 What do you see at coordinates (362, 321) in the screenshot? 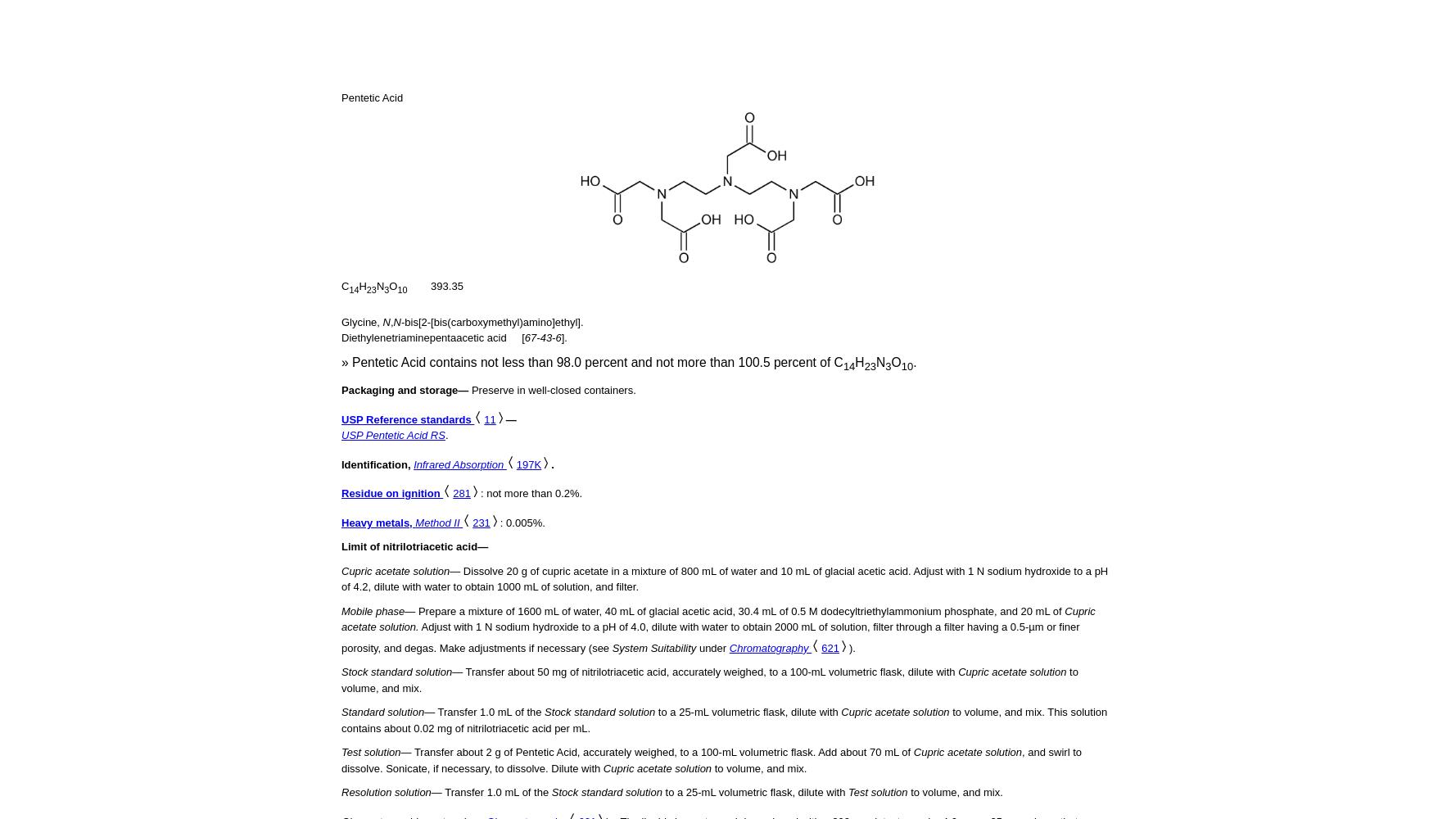
I see `'Glycine,'` at bounding box center [362, 321].